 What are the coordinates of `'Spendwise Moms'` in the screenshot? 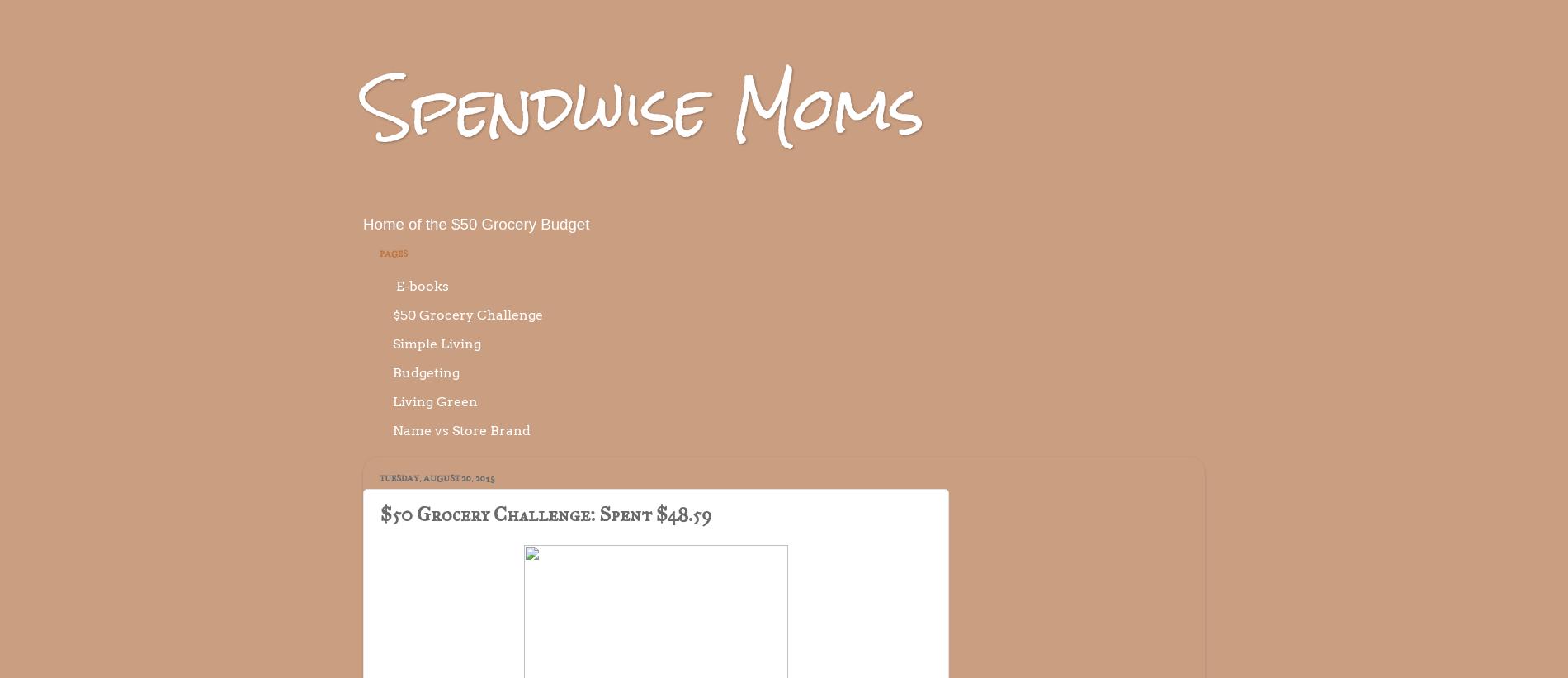 It's located at (642, 106).